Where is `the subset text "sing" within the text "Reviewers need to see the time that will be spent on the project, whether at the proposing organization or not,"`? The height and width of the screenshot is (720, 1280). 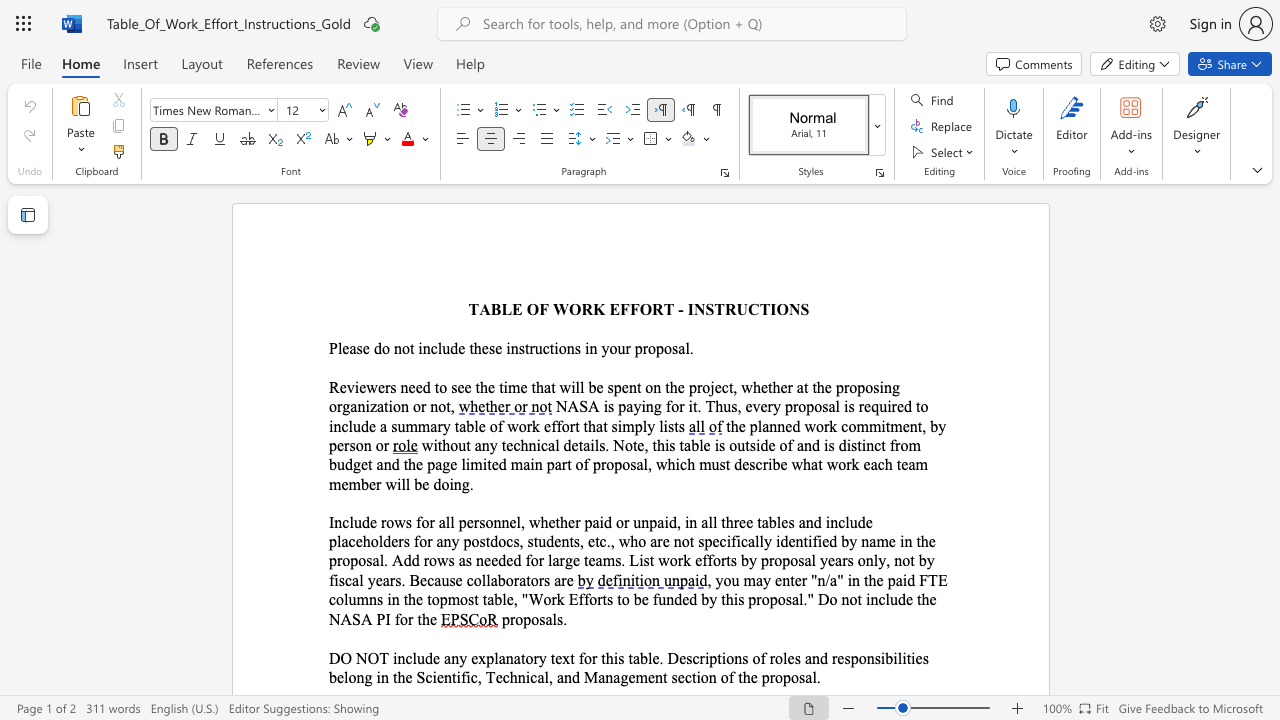 the subset text "sing" within the text "Reviewers need to see the time that will be spent on the project, whether at the proposing organization or not," is located at coordinates (873, 387).